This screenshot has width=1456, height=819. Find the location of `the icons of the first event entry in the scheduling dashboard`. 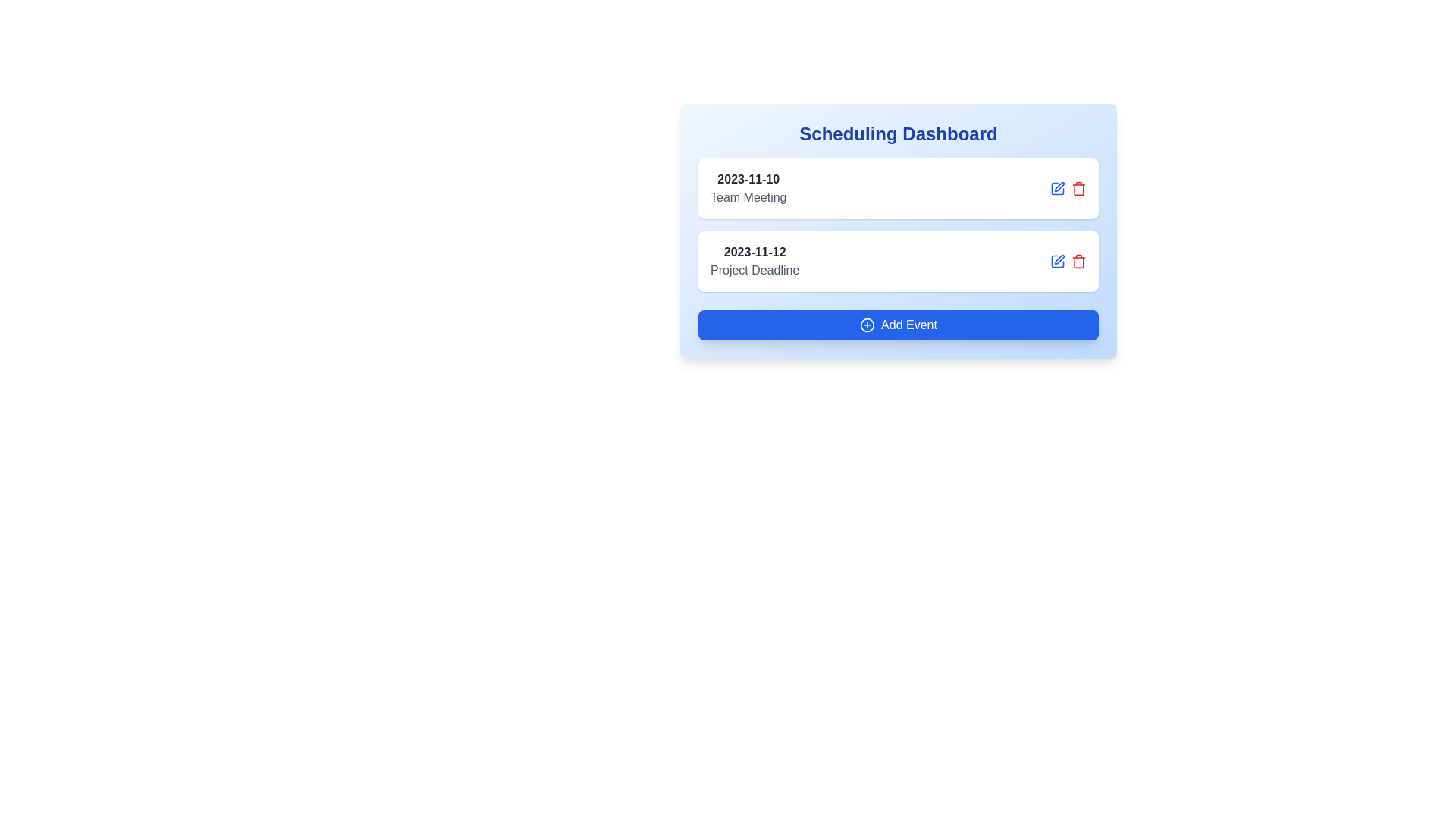

the icons of the first event entry in the scheduling dashboard is located at coordinates (899, 188).